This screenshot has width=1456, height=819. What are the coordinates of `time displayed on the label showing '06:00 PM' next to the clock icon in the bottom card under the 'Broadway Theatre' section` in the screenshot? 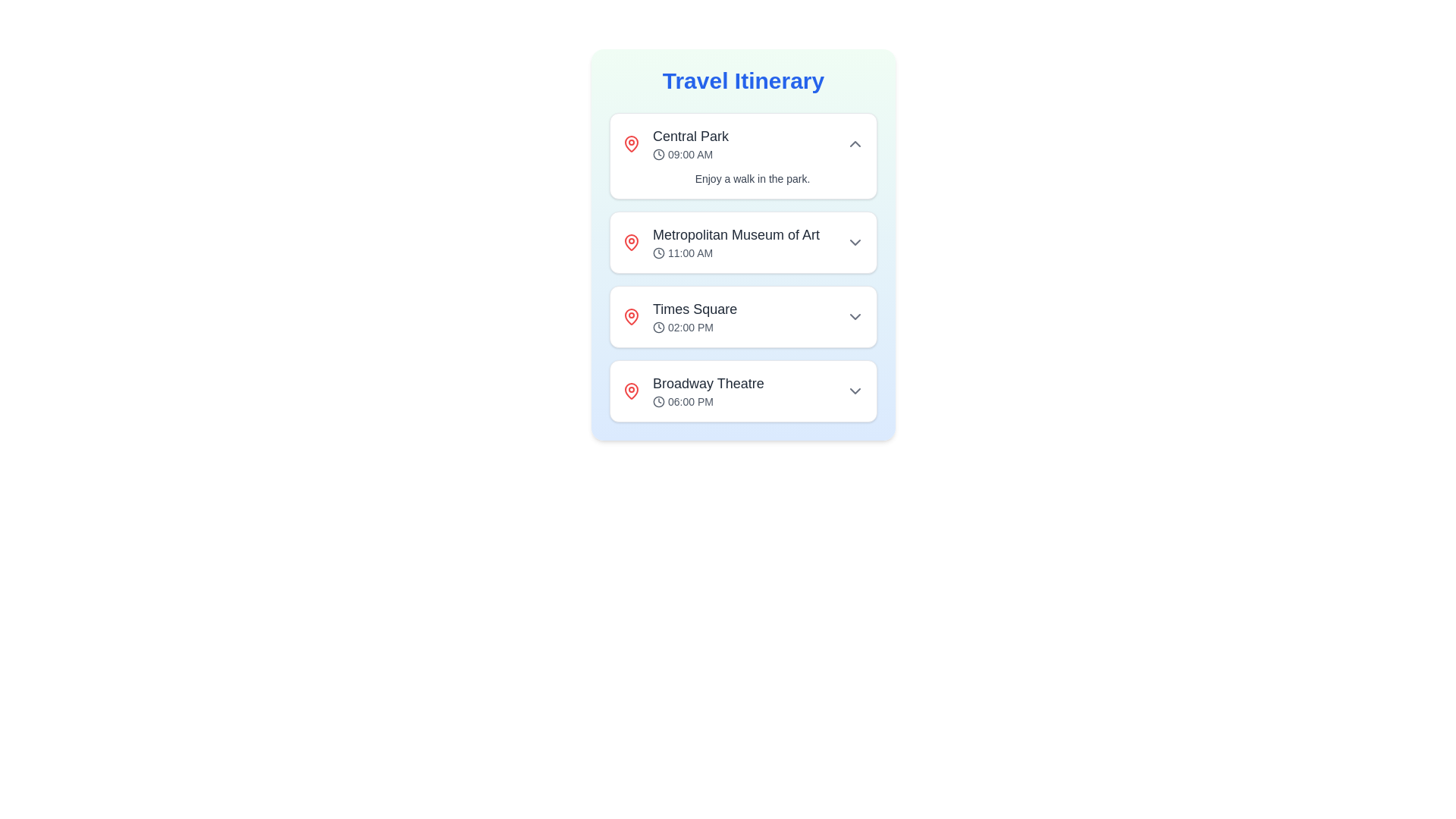 It's located at (708, 400).